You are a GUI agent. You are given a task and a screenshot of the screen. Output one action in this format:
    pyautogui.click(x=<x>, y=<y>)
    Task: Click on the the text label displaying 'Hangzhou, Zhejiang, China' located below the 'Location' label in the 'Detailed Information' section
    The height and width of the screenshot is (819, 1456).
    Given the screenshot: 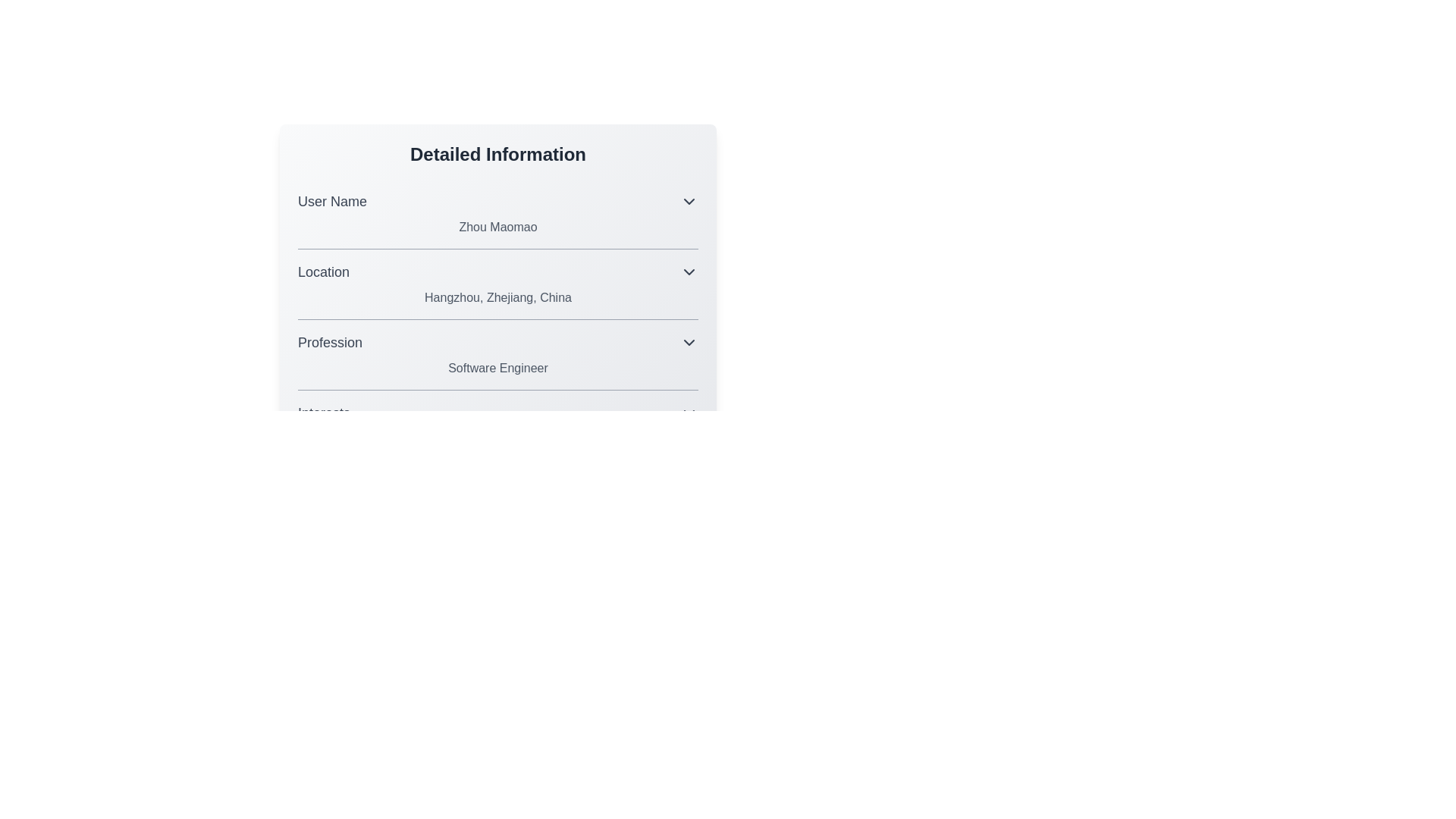 What is the action you would take?
    pyautogui.click(x=498, y=298)
    